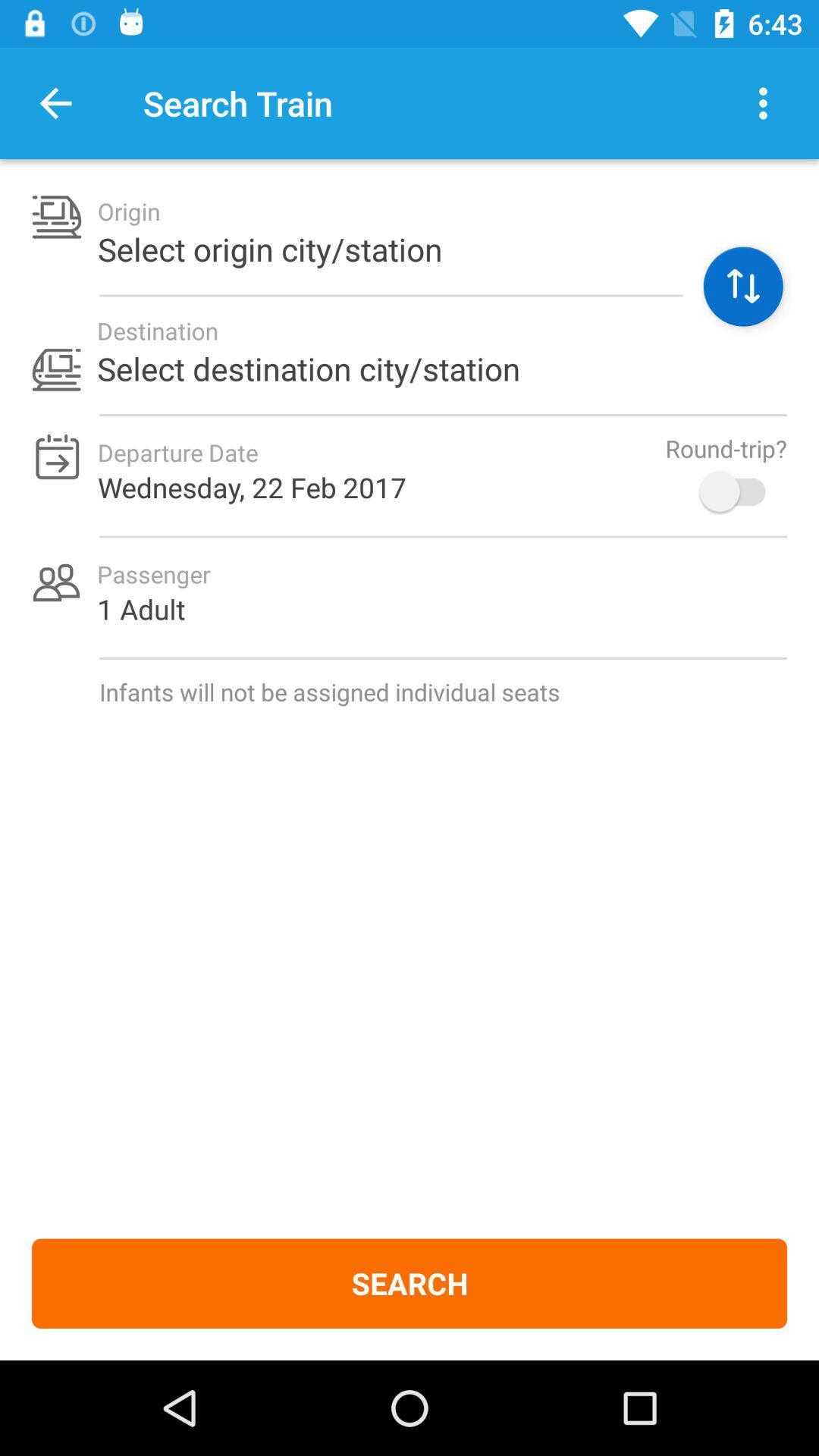 The width and height of the screenshot is (819, 1456). Describe the element at coordinates (739, 491) in the screenshot. I see `would make the departure a round trip` at that location.